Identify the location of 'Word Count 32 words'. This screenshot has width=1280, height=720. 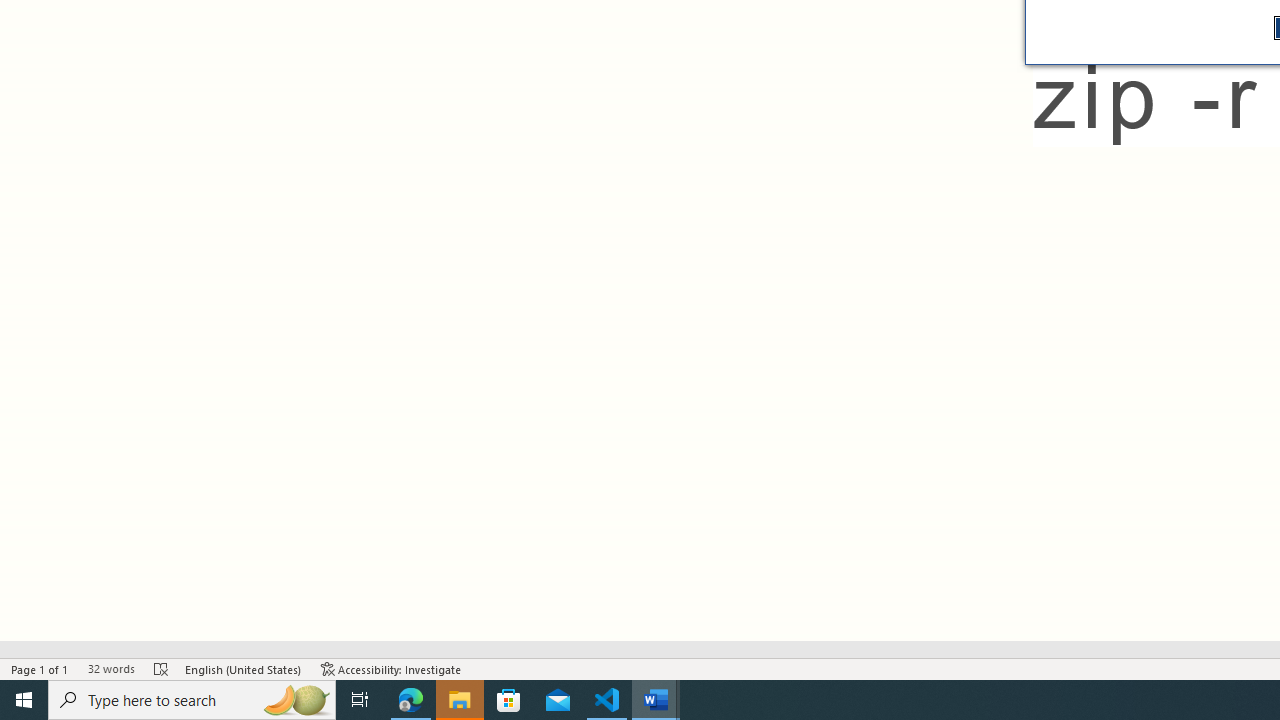
(110, 669).